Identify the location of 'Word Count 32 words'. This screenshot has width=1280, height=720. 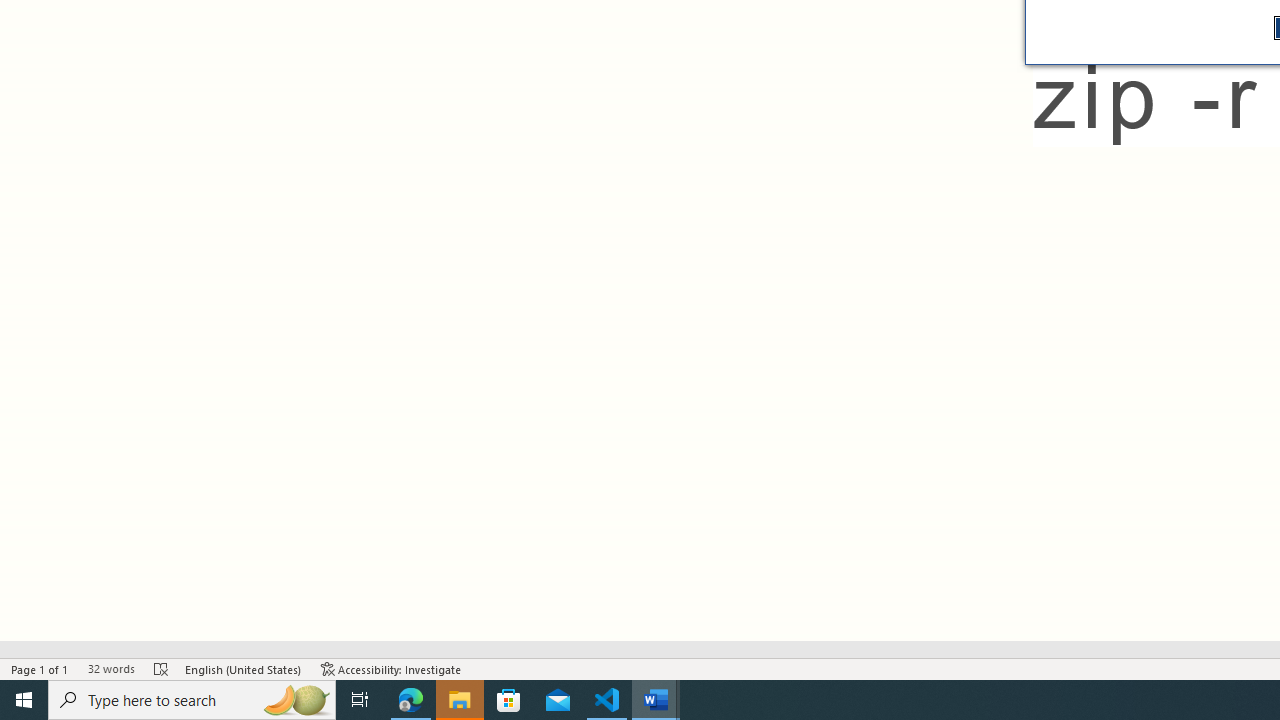
(110, 669).